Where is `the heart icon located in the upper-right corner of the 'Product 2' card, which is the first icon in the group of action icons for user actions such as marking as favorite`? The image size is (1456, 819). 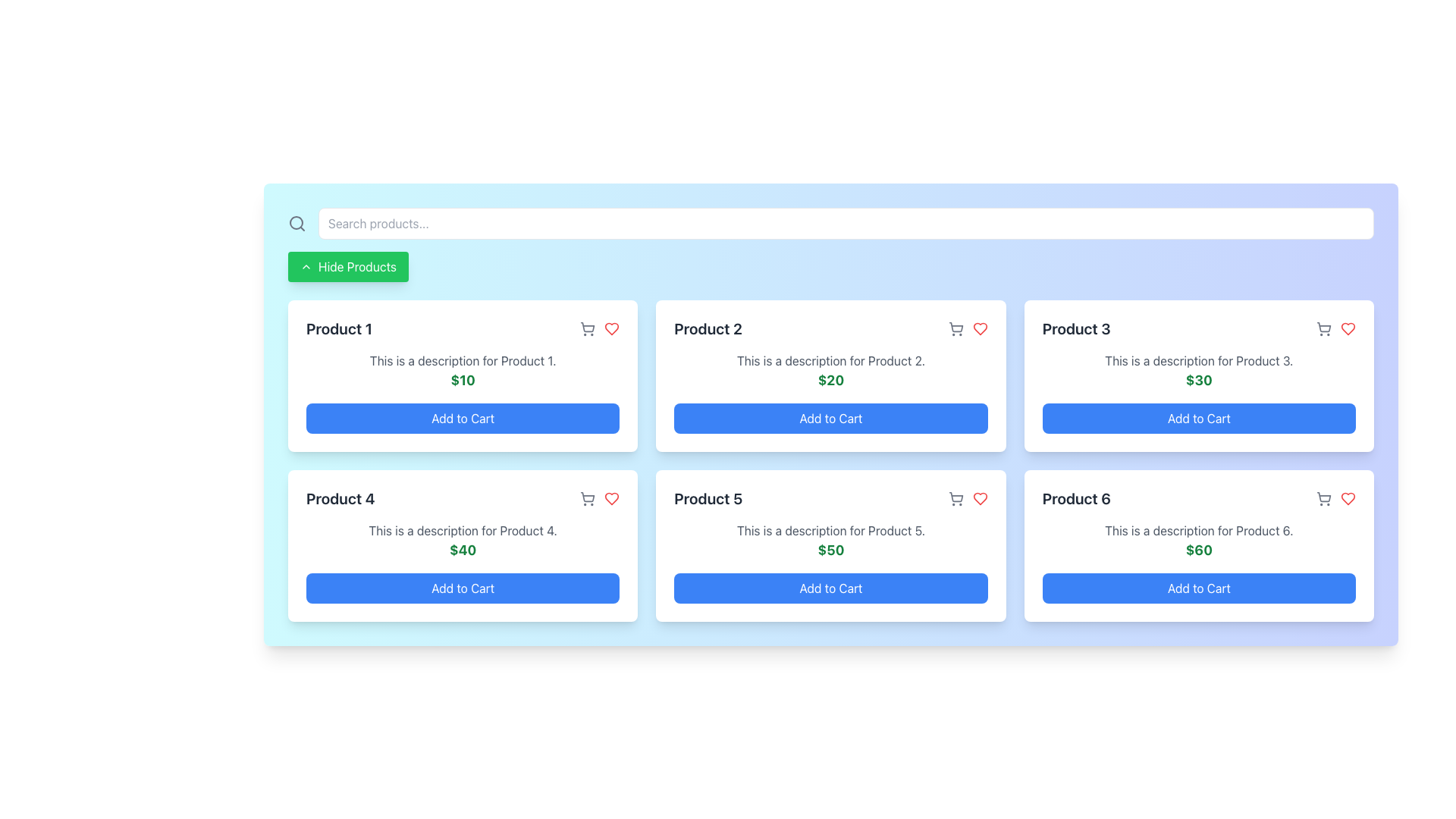
the heart icon located in the upper-right corner of the 'Product 2' card, which is the first icon in the group of action icons for user actions such as marking as favorite is located at coordinates (967, 328).